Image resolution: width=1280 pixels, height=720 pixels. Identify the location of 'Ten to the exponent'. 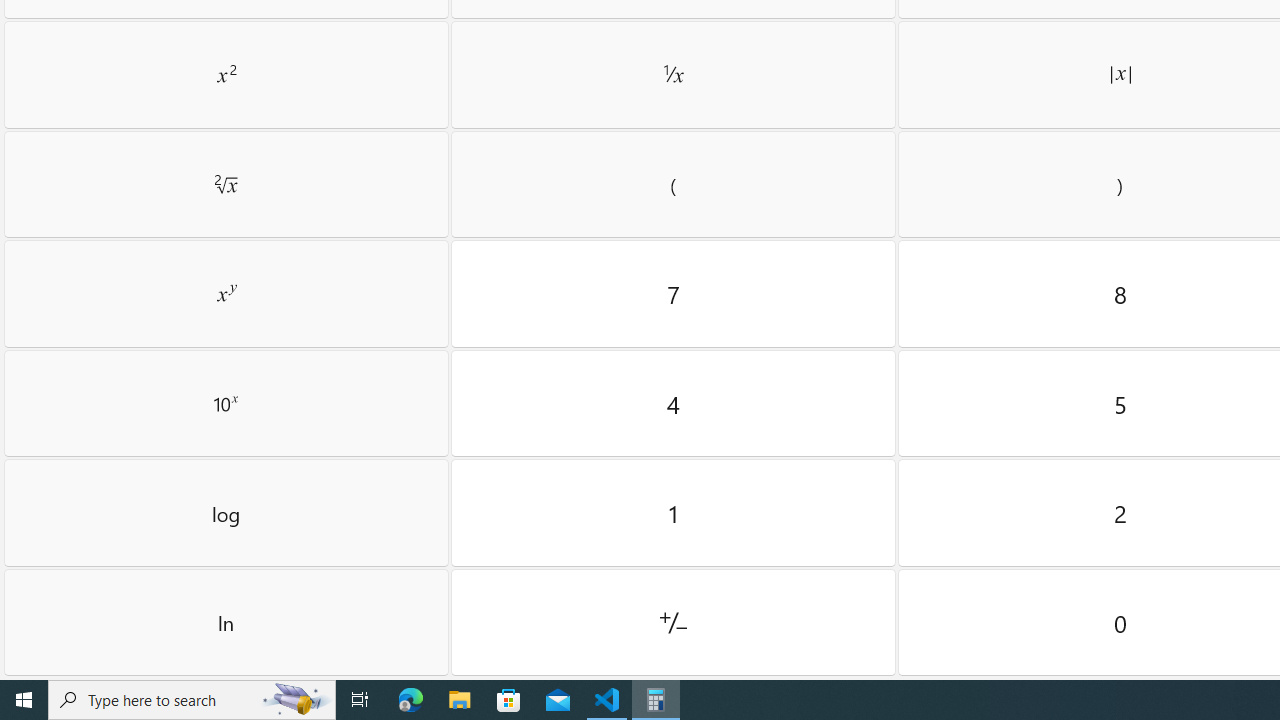
(226, 403).